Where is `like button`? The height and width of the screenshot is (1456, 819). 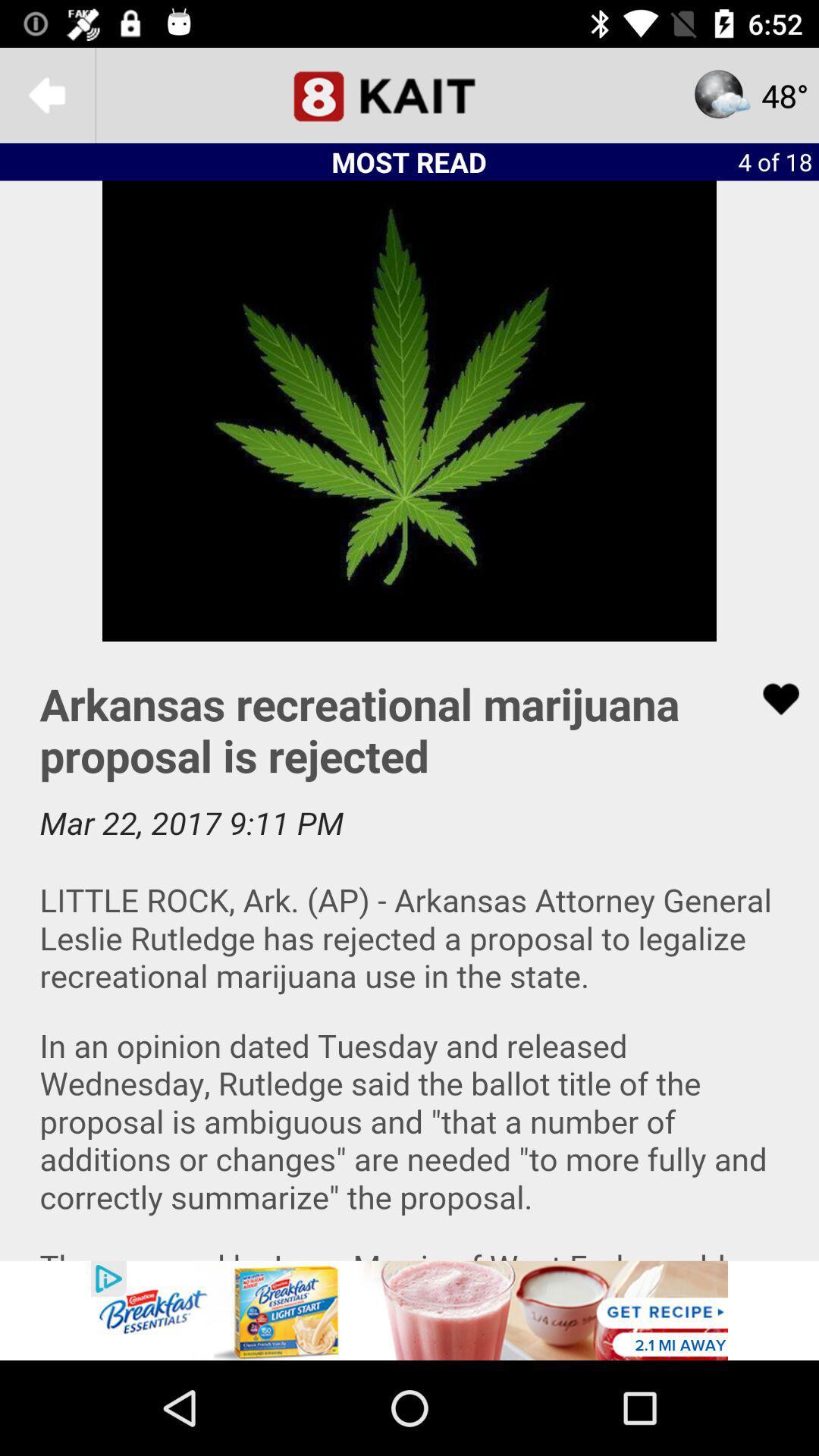 like button is located at coordinates (771, 698).